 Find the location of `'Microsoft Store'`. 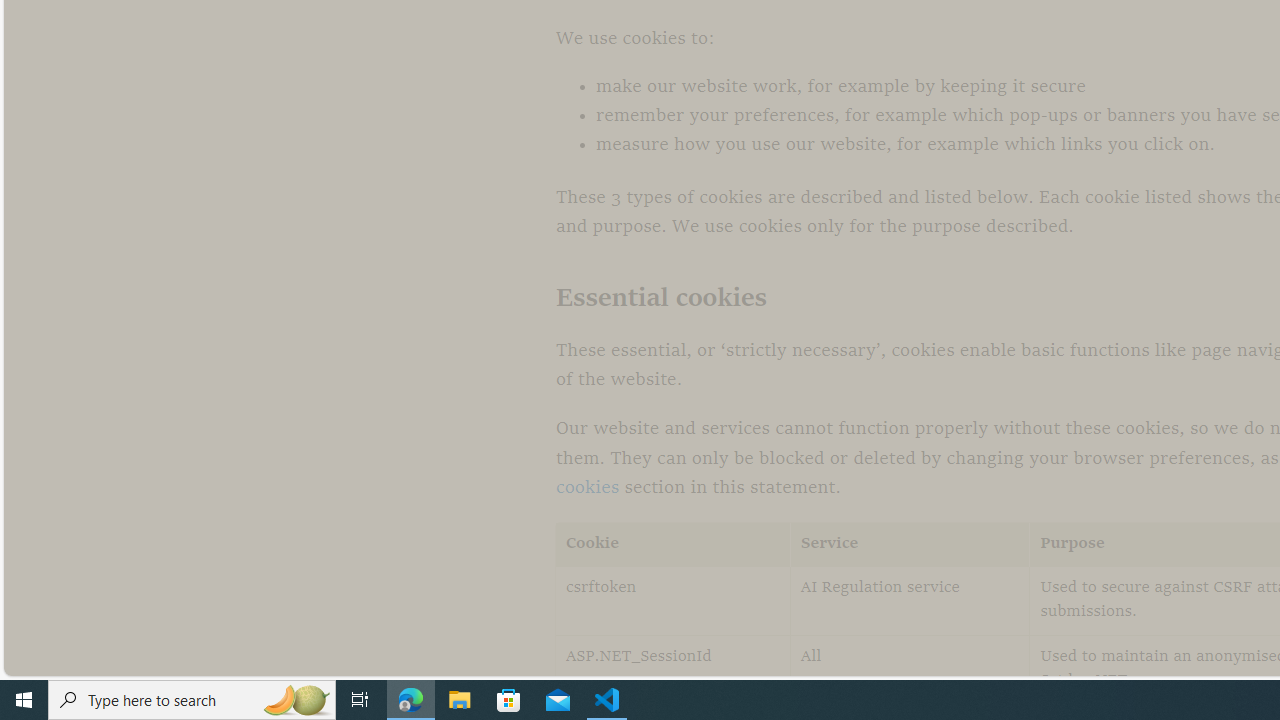

'Microsoft Store' is located at coordinates (509, 698).